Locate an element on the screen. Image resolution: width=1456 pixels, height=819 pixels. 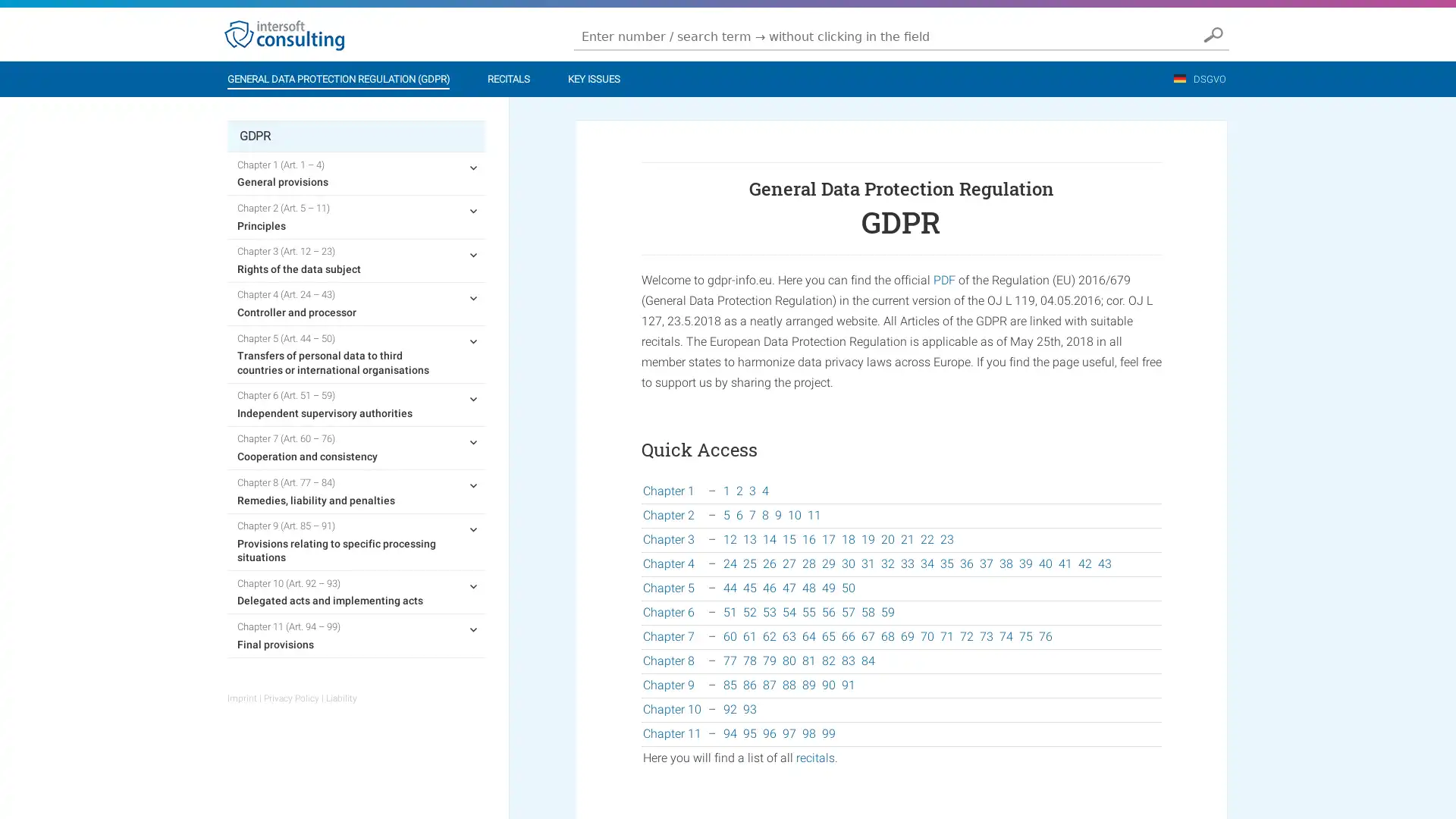
expand child menu is located at coordinates (472, 253).